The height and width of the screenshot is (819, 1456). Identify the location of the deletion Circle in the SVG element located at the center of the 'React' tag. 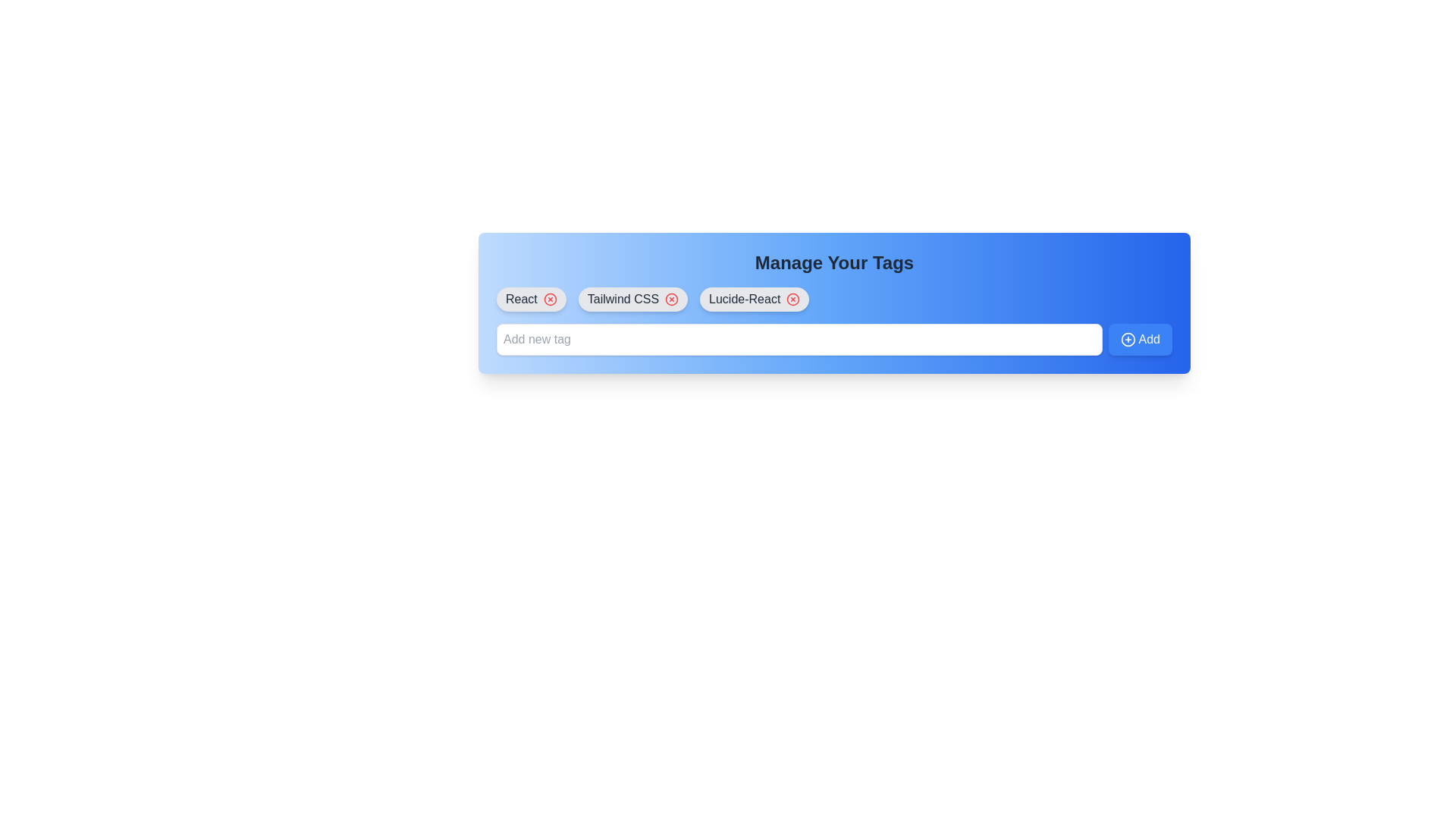
(549, 299).